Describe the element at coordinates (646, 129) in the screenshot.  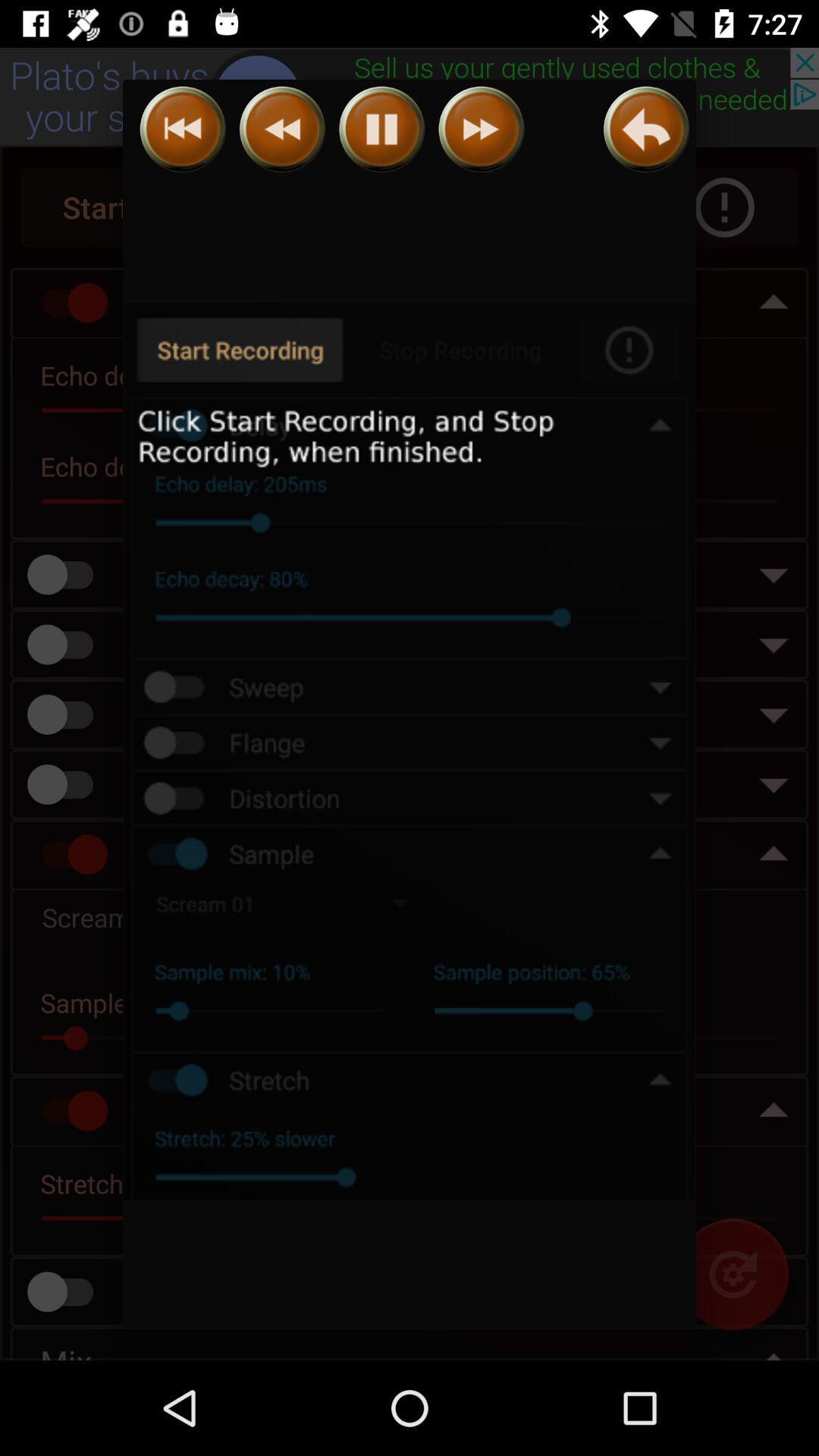
I see `the icon at the top right corner` at that location.